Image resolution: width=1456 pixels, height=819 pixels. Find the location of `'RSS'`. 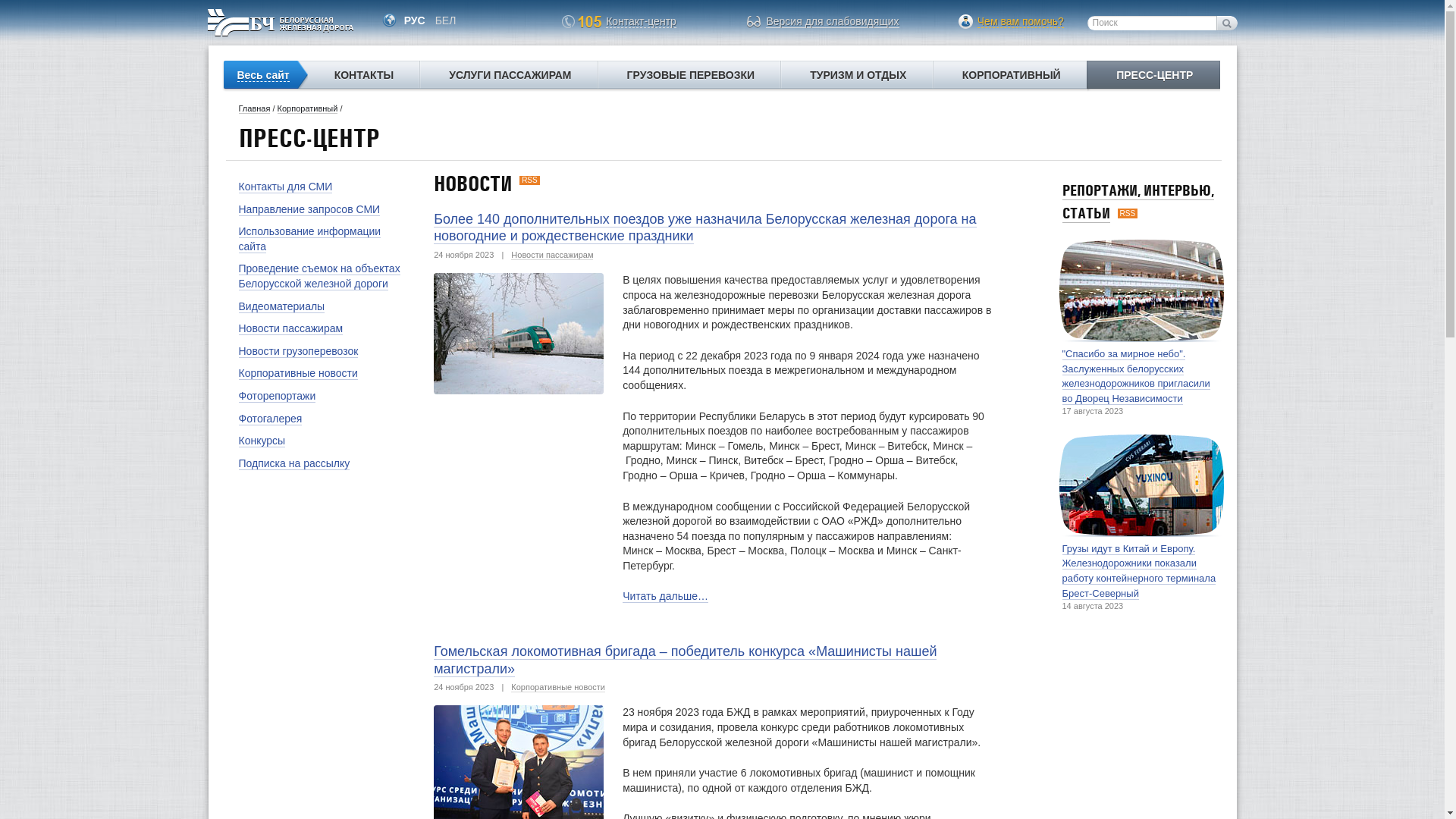

'RSS' is located at coordinates (1128, 213).